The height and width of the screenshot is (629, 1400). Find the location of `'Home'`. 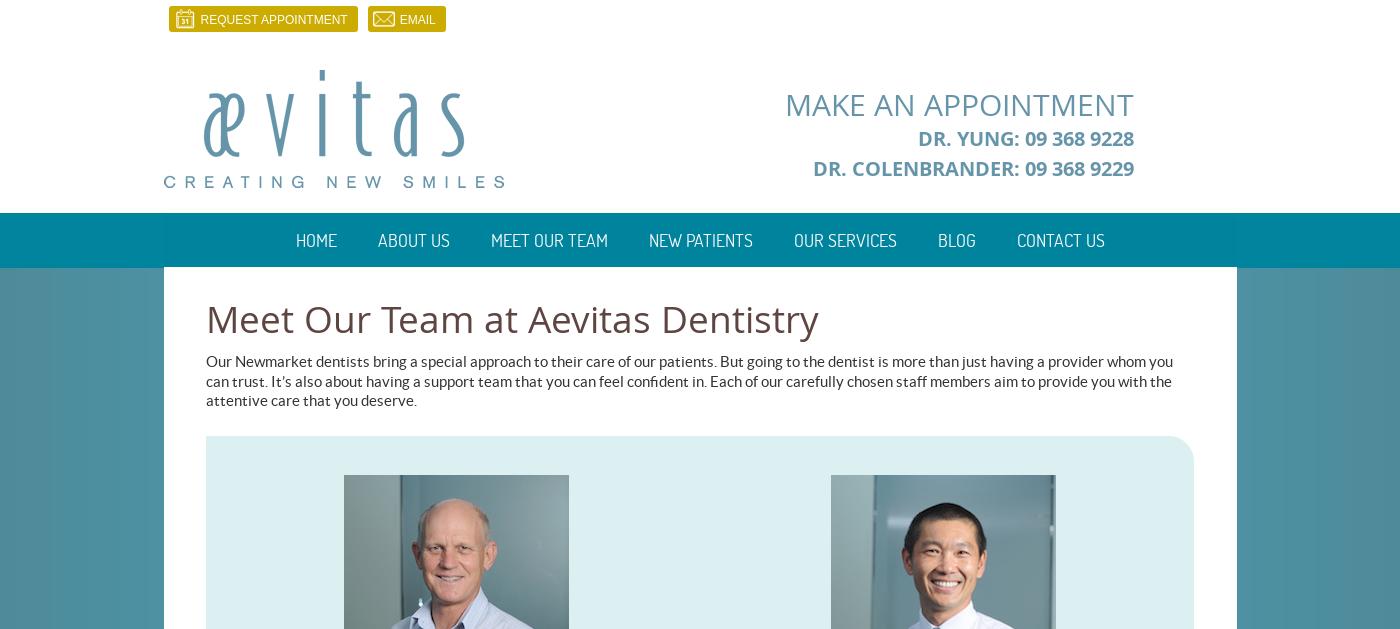

'Home' is located at coordinates (315, 240).